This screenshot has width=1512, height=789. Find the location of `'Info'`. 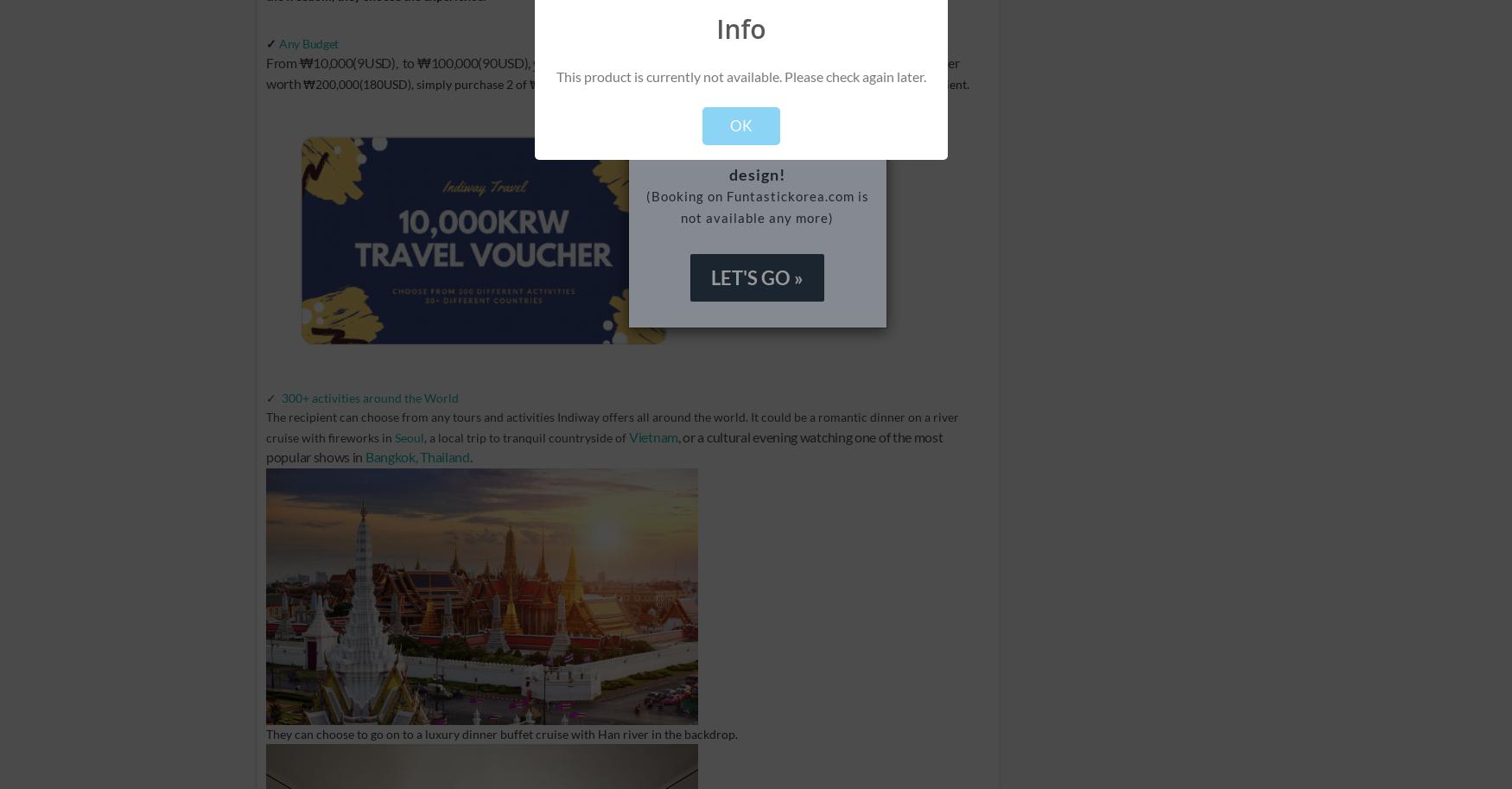

'Info' is located at coordinates (740, 29).